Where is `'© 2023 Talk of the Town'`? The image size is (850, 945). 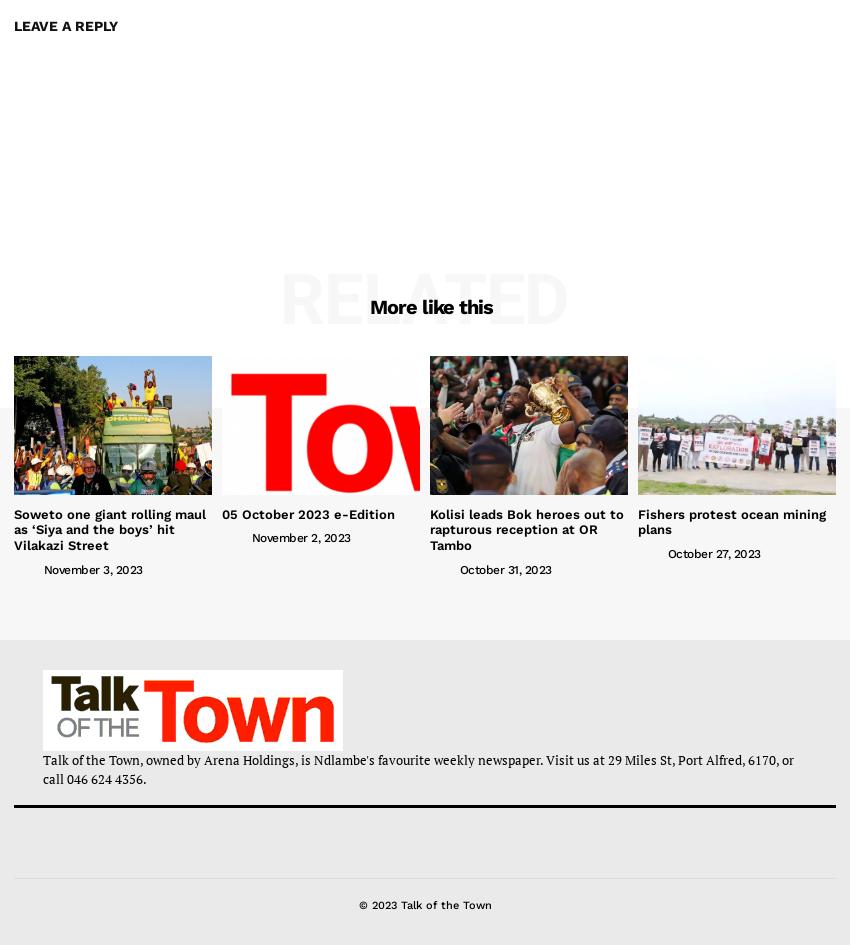 '© 2023 Talk of the Town' is located at coordinates (357, 903).